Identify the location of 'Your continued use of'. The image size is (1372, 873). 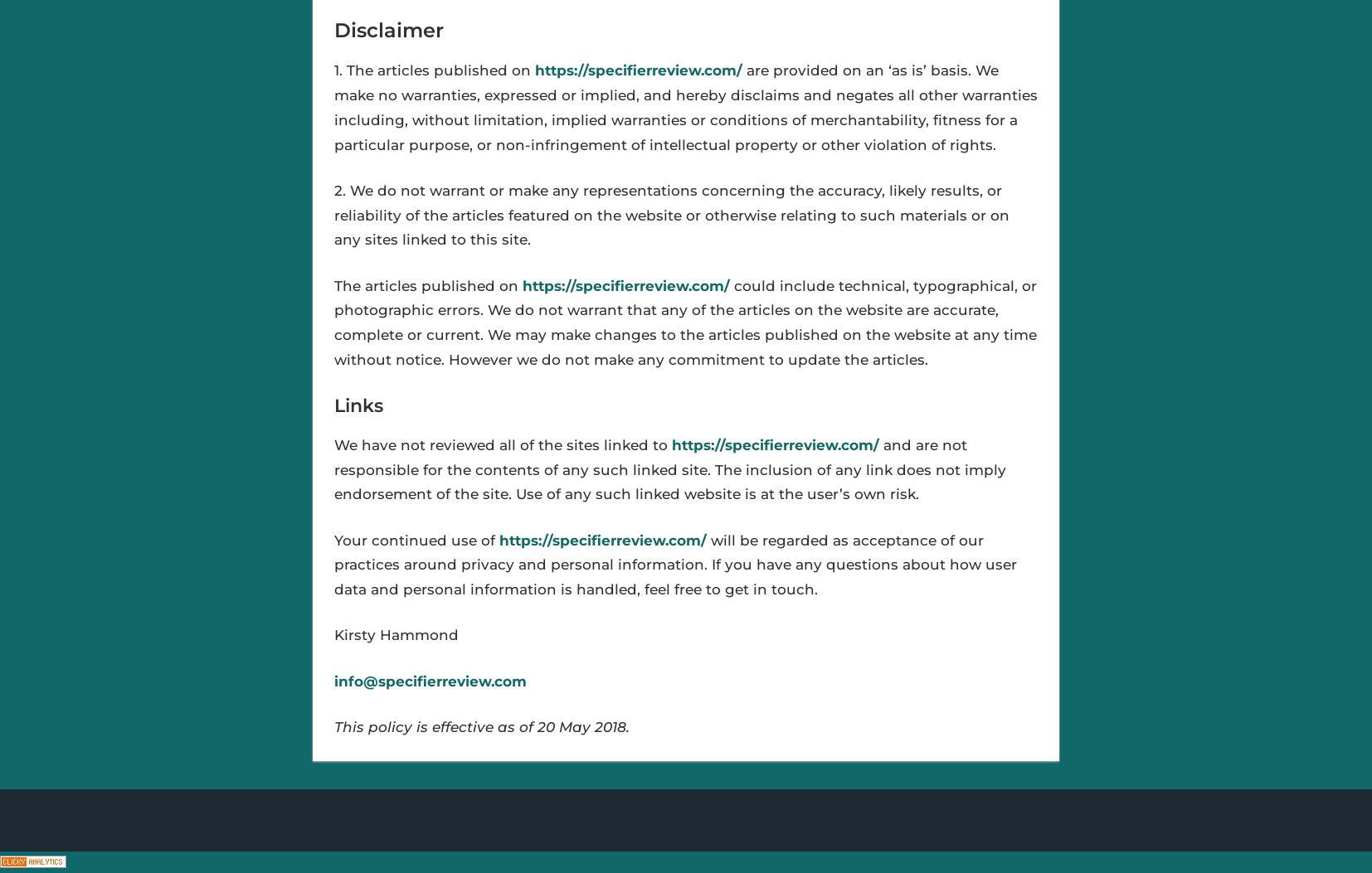
(332, 538).